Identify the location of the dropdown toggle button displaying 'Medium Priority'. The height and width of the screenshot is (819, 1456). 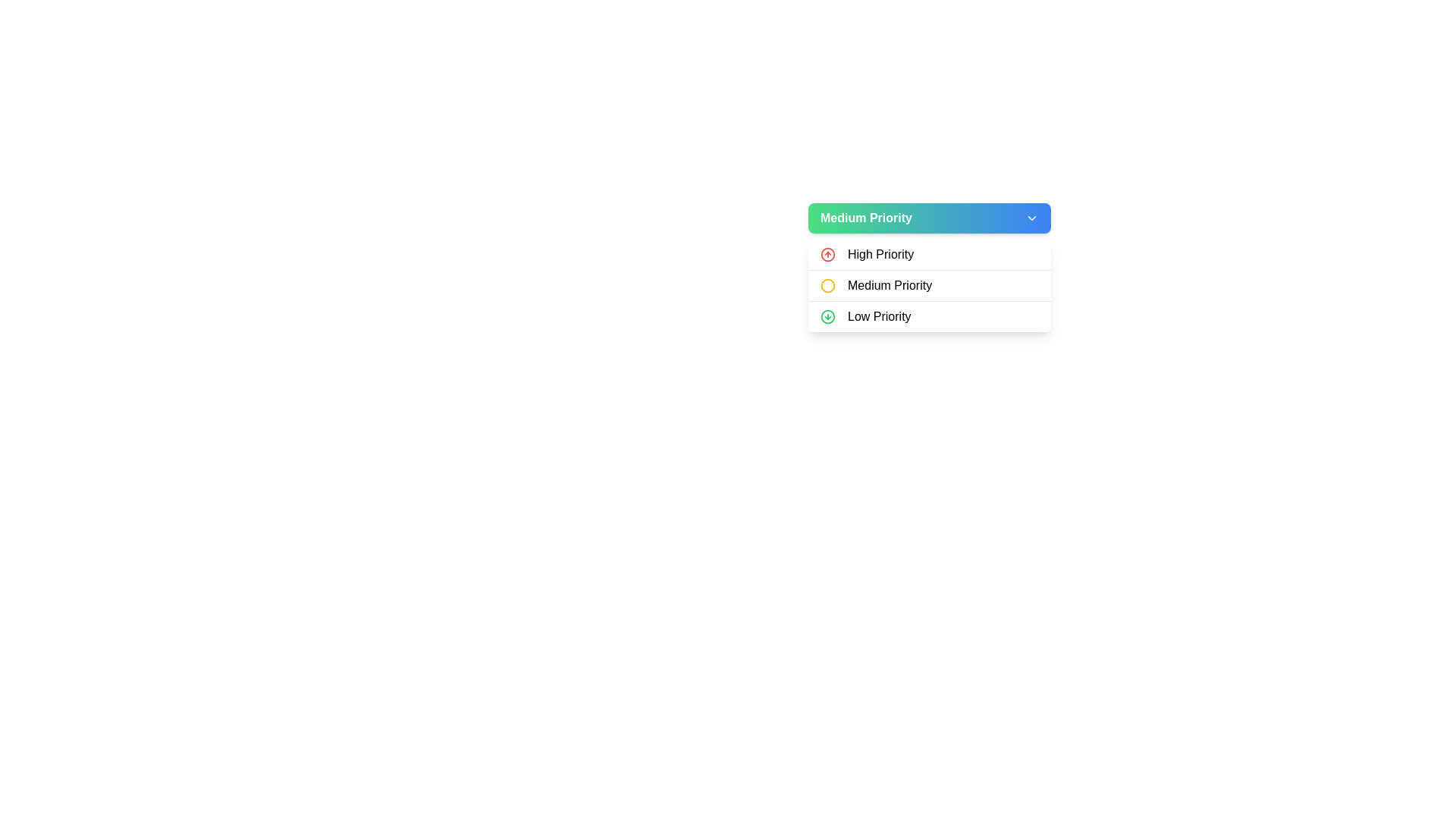
(928, 218).